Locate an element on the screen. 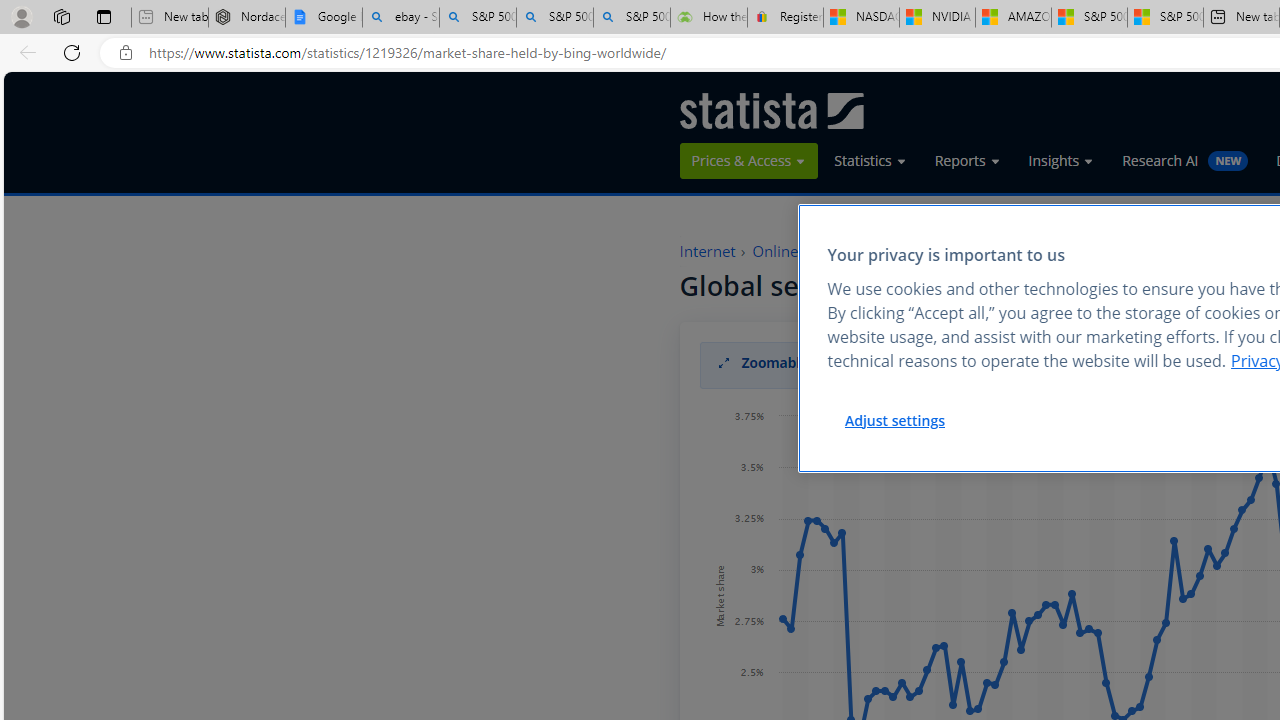 Image resolution: width=1280 pixels, height=720 pixels. 'Statistics' is located at coordinates (870, 160).